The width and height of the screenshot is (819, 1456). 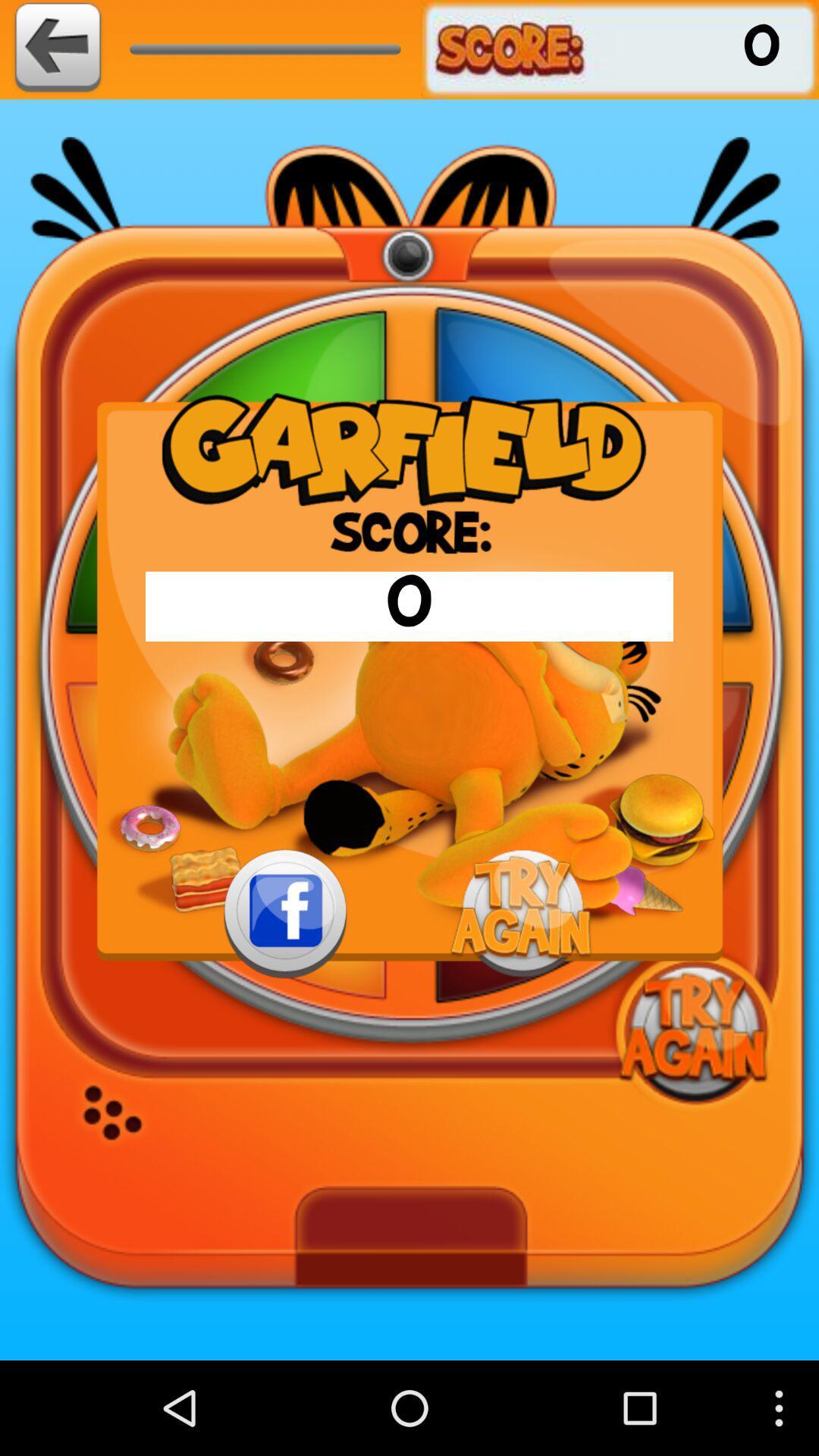 I want to click on the facebook icon, so click(x=285, y=977).